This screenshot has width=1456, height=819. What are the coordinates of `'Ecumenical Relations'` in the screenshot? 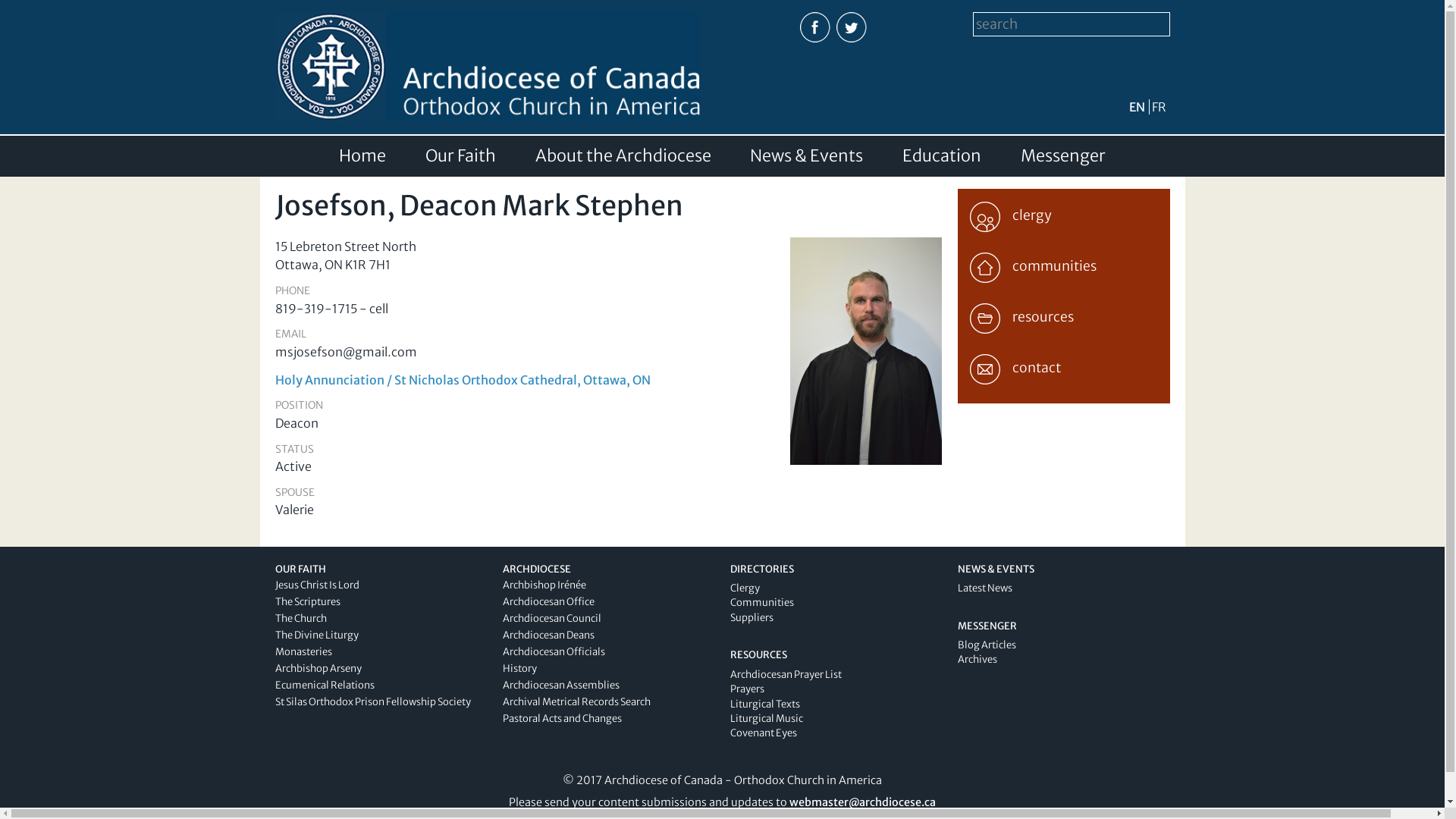 It's located at (274, 685).